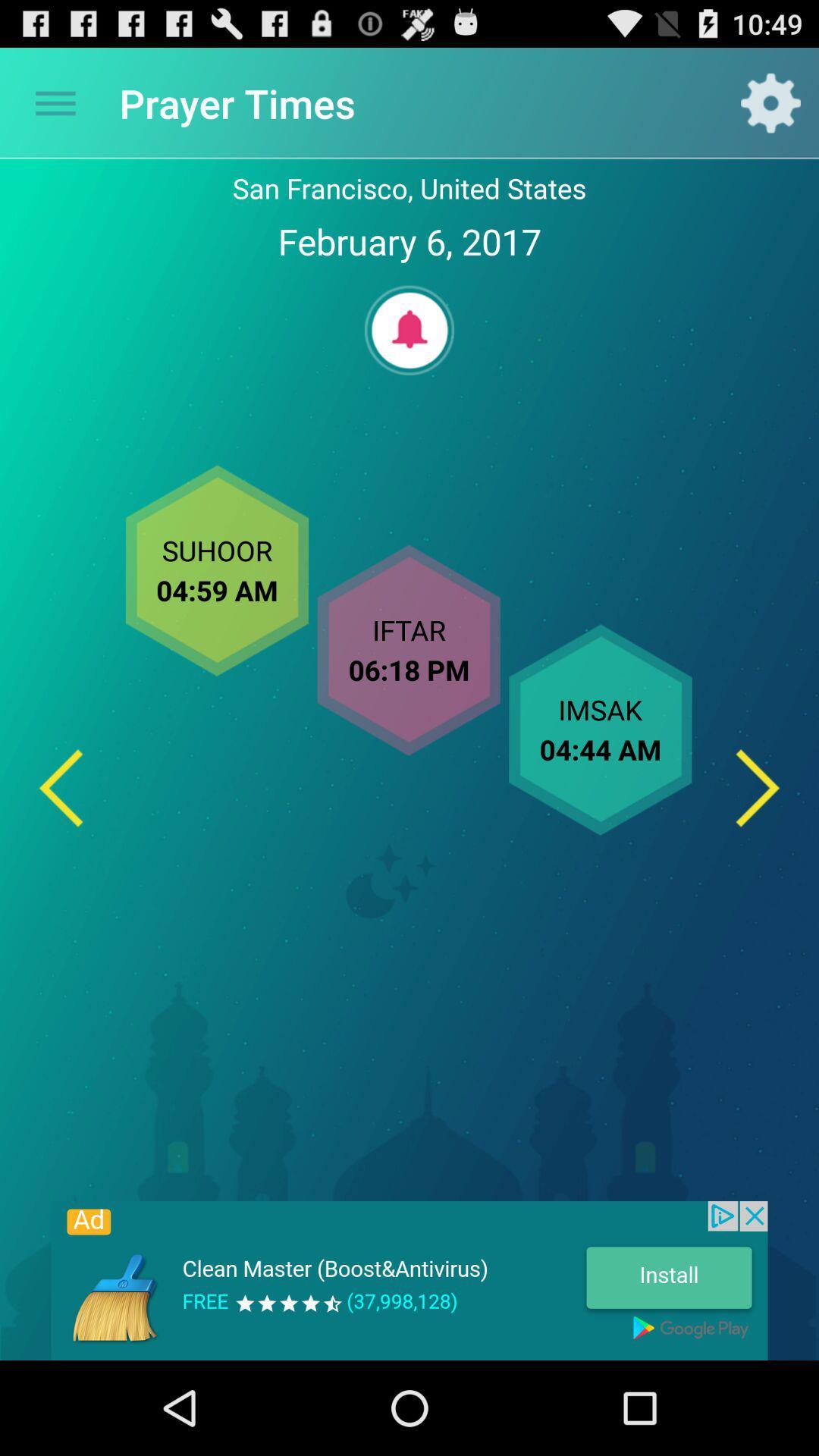 The image size is (819, 1456). I want to click on open advertisement, so click(409, 1280).